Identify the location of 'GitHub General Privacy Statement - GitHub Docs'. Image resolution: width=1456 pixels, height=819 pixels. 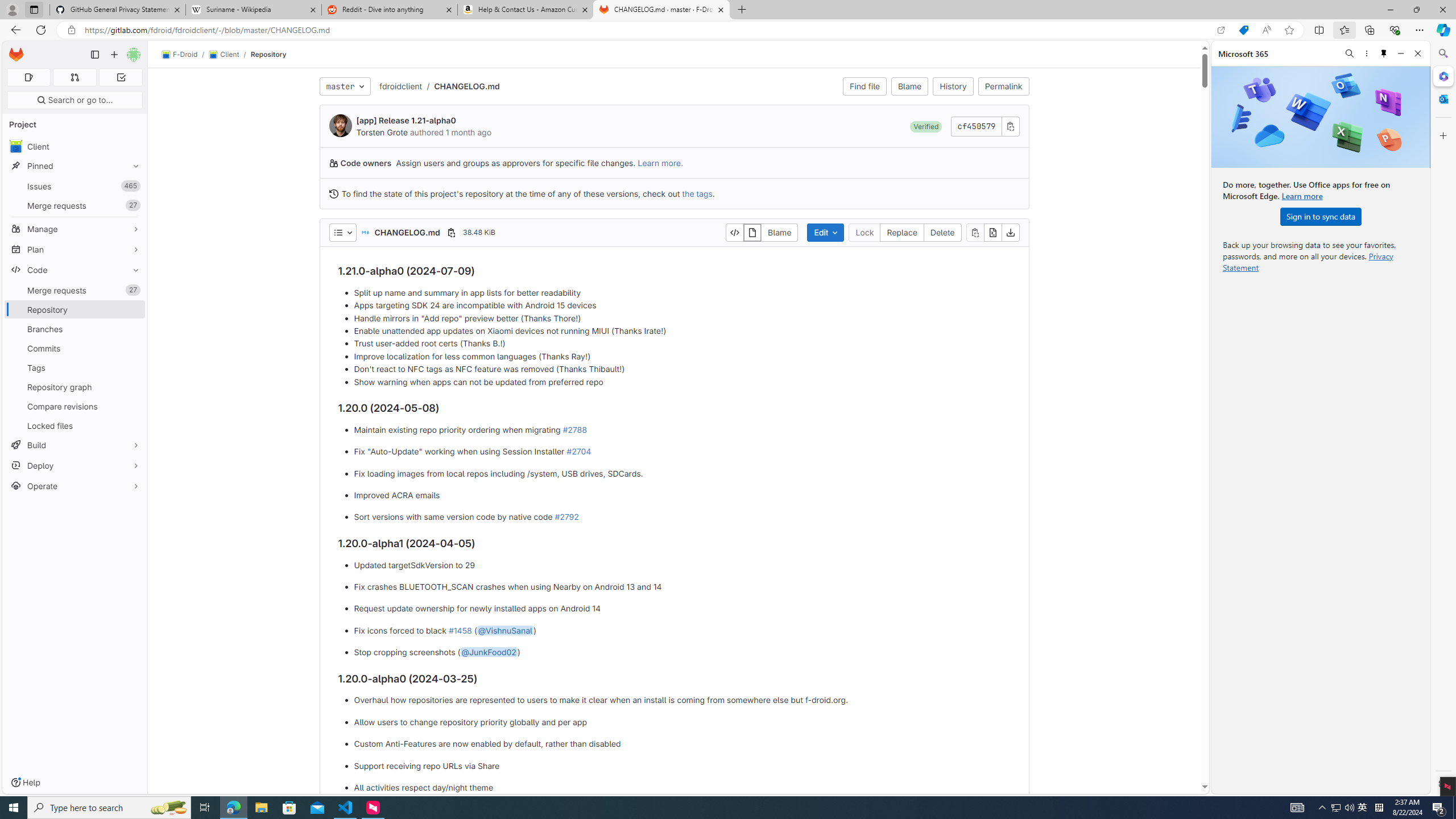
(118, 9).